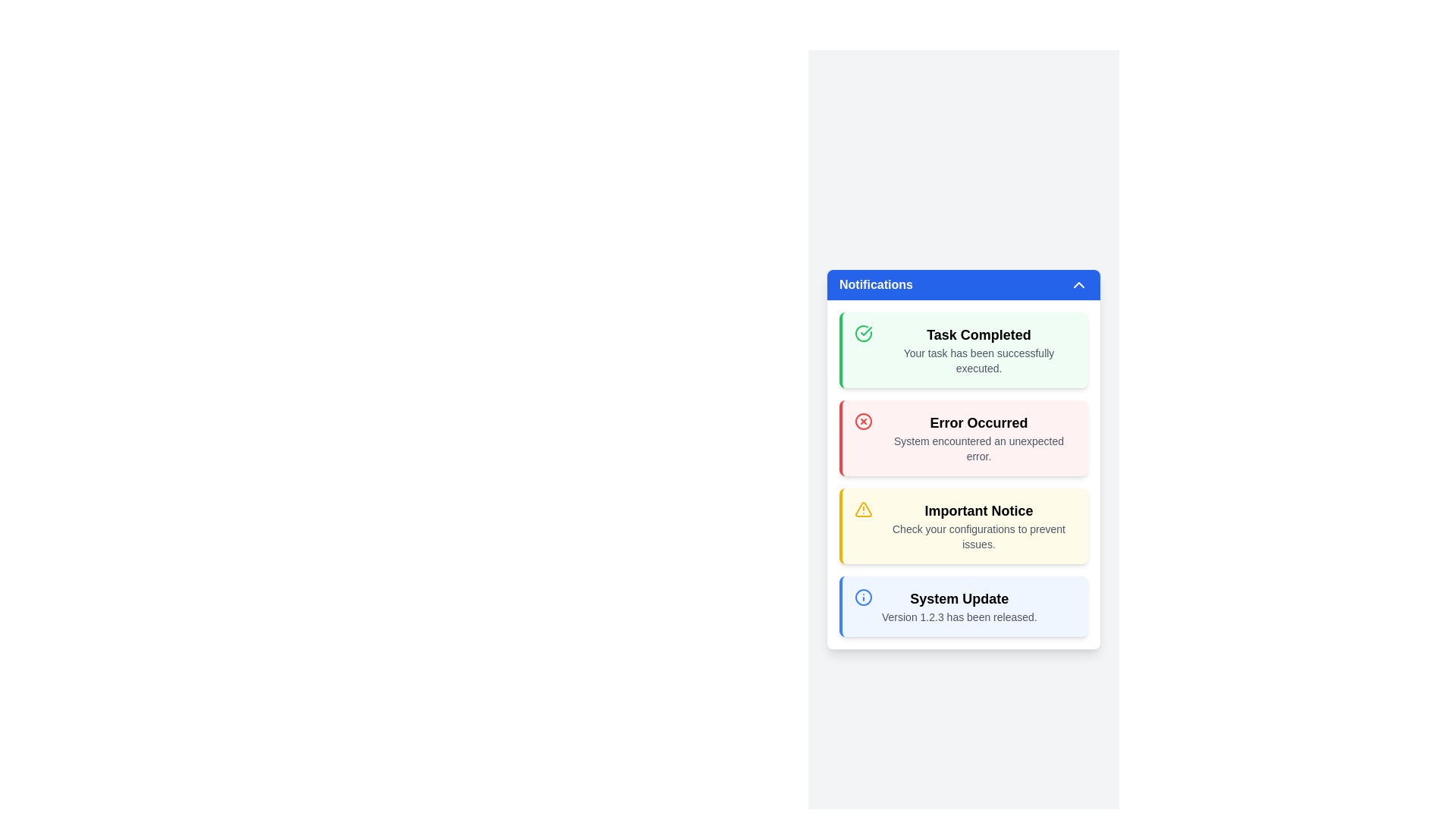  I want to click on the text label reading 'Task Completed', so click(979, 334).